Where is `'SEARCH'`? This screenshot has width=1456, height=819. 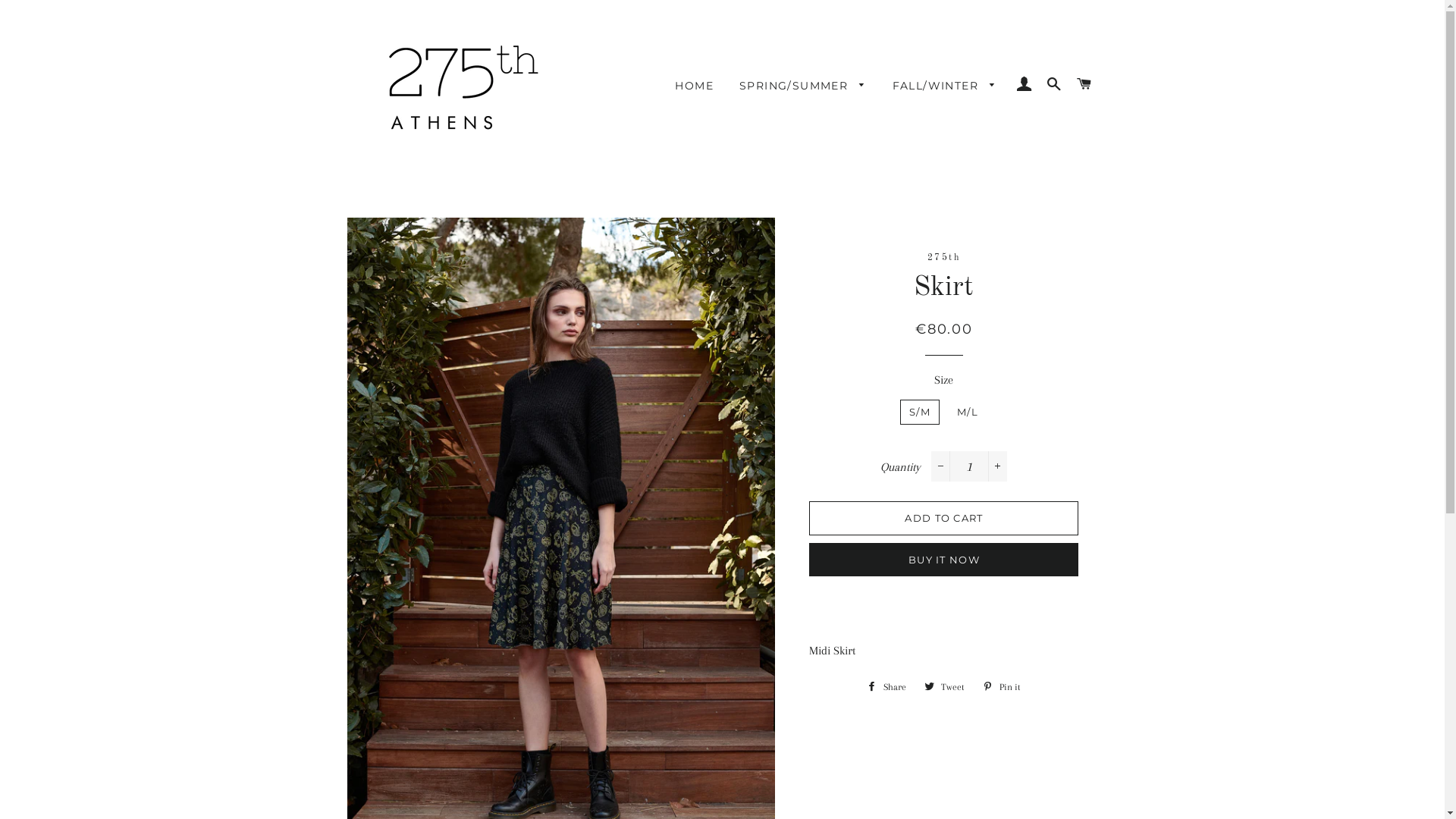 'SEARCH' is located at coordinates (1053, 84).